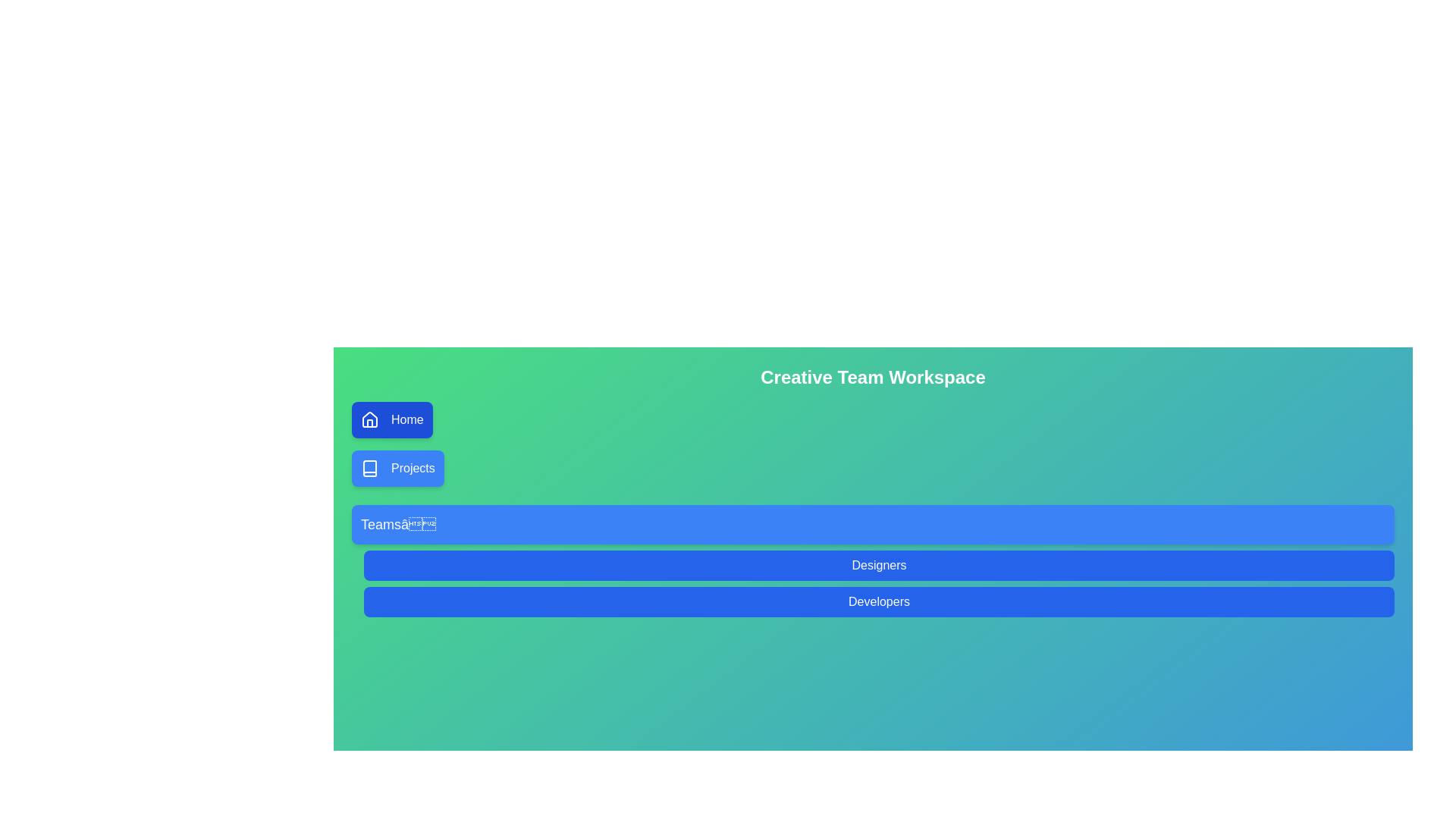 Image resolution: width=1456 pixels, height=819 pixels. I want to click on the 'Projects' text label, which is displayed in white text on a vibrant blue background and is part of a rounded rectangular button, located to the right of an icon in the second menu option, so click(413, 467).